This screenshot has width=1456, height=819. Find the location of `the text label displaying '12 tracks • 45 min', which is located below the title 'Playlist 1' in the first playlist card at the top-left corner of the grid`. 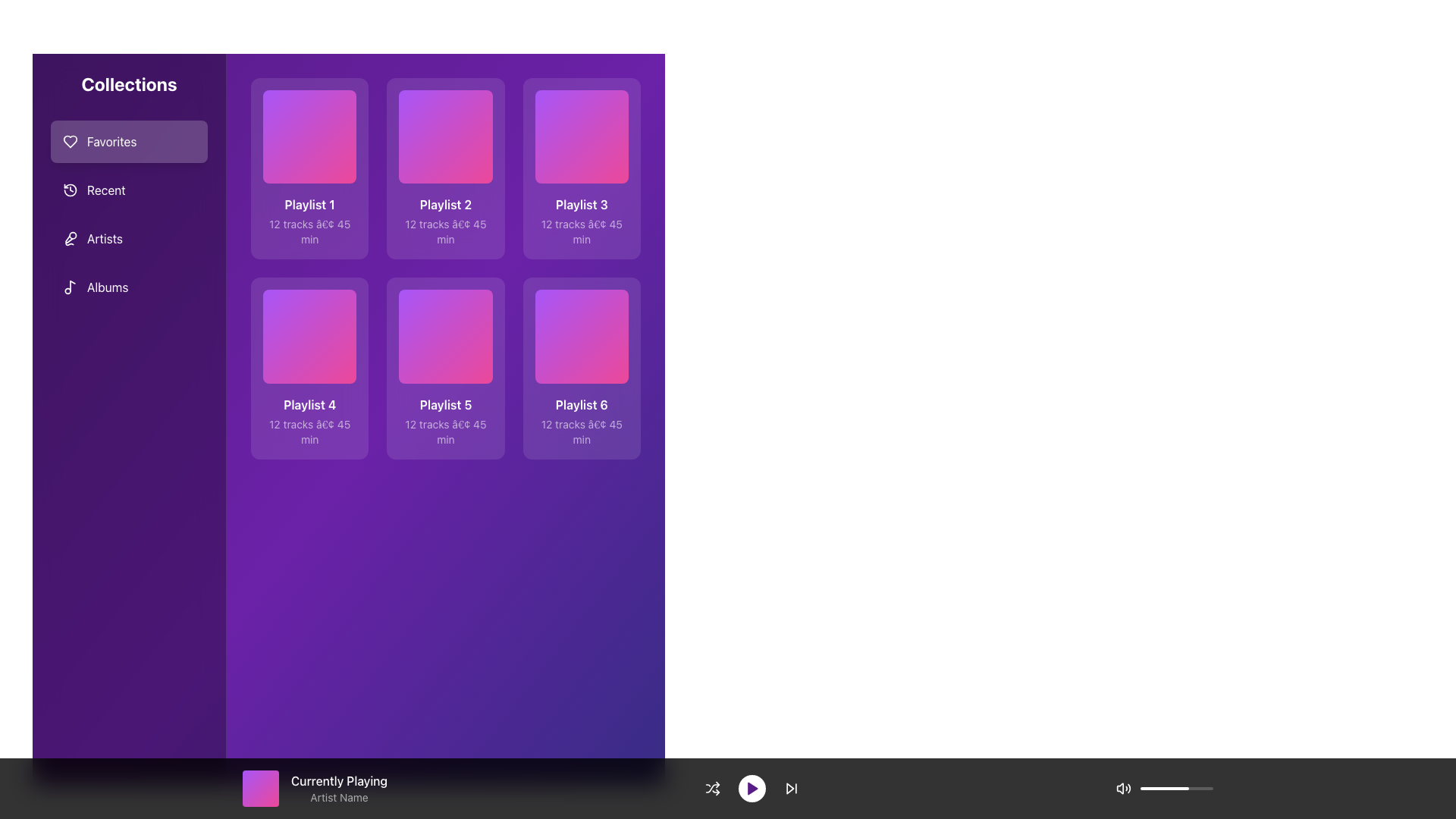

the text label displaying '12 tracks • 45 min', which is located below the title 'Playlist 1' in the first playlist card at the top-left corner of the grid is located at coordinates (309, 232).